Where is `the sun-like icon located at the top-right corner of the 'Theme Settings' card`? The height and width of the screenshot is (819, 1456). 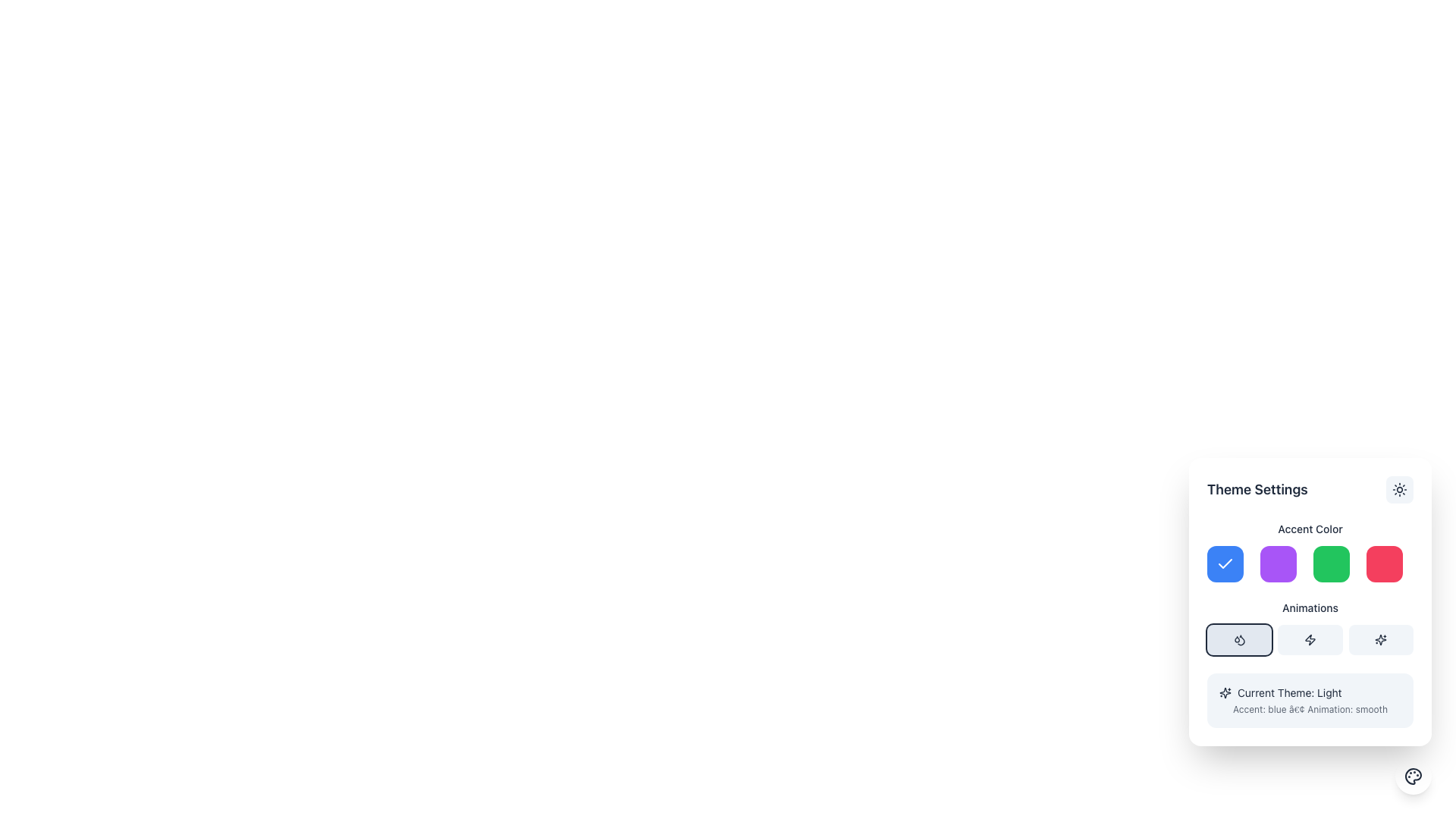 the sun-like icon located at the top-right corner of the 'Theme Settings' card is located at coordinates (1399, 489).